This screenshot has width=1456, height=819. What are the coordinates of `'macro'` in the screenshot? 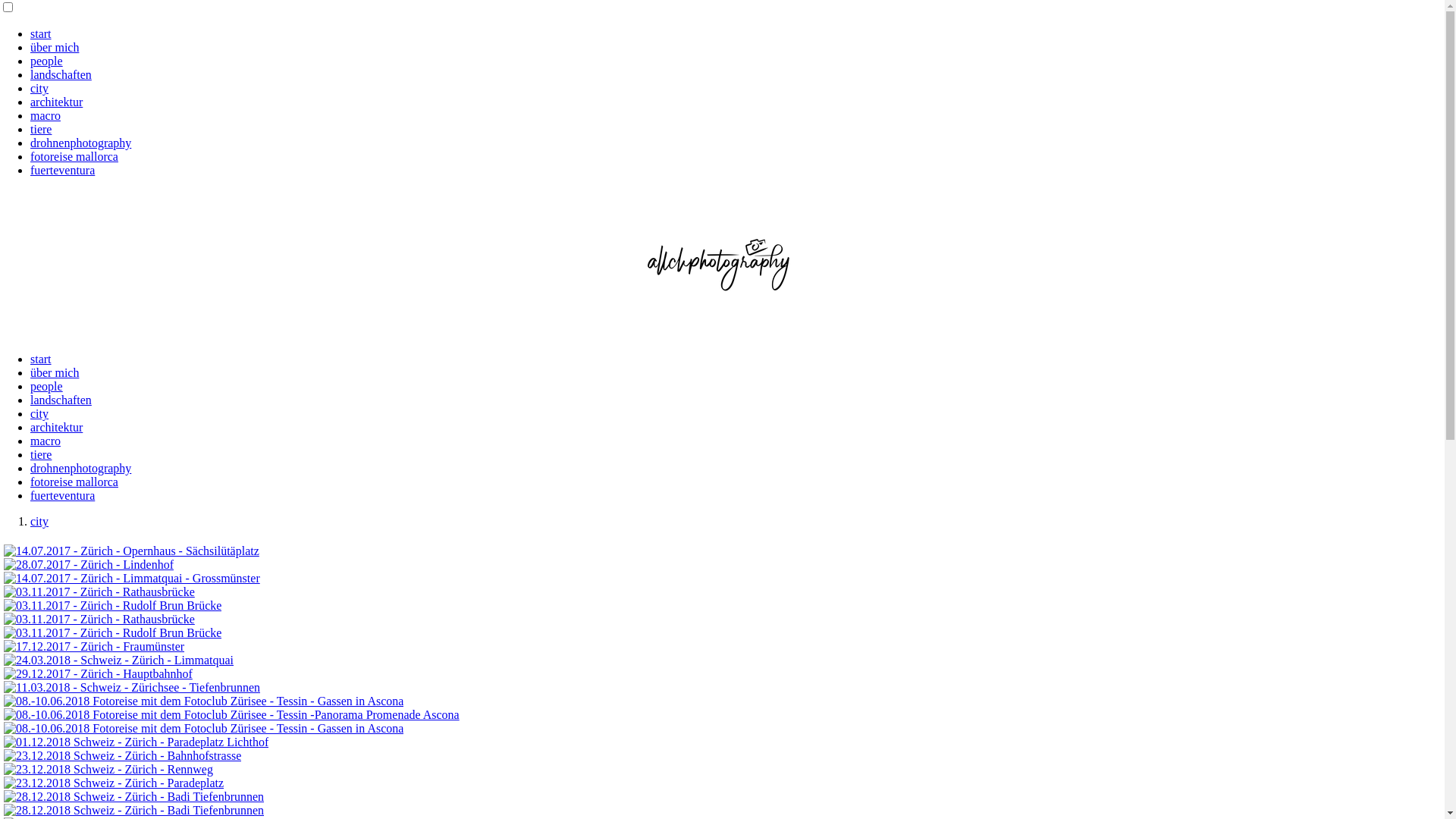 It's located at (45, 441).